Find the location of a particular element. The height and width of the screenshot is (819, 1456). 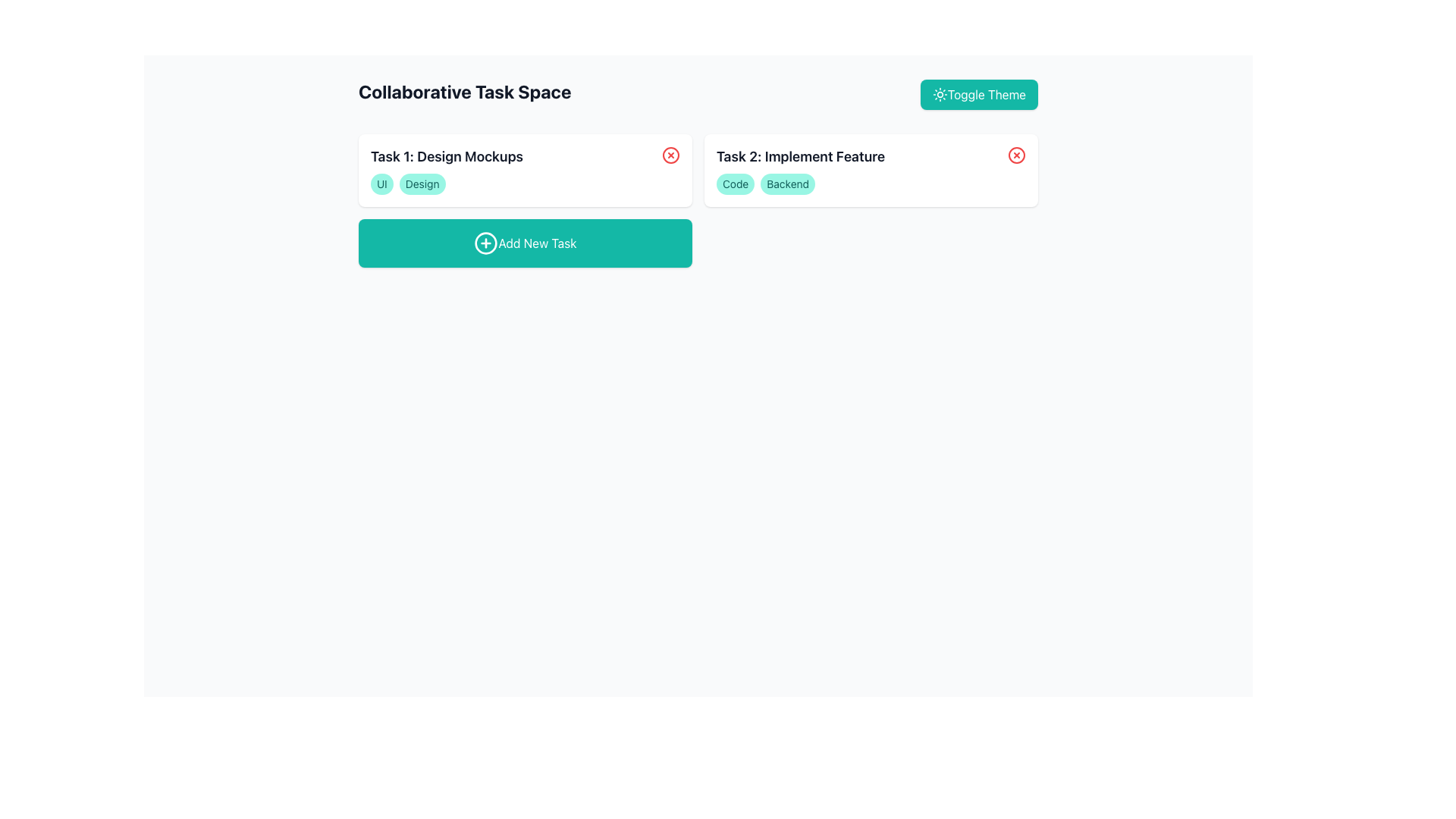

the sun icon located within the teal-colored 'Toggle Theme' button at the top-right section of the interface is located at coordinates (939, 94).